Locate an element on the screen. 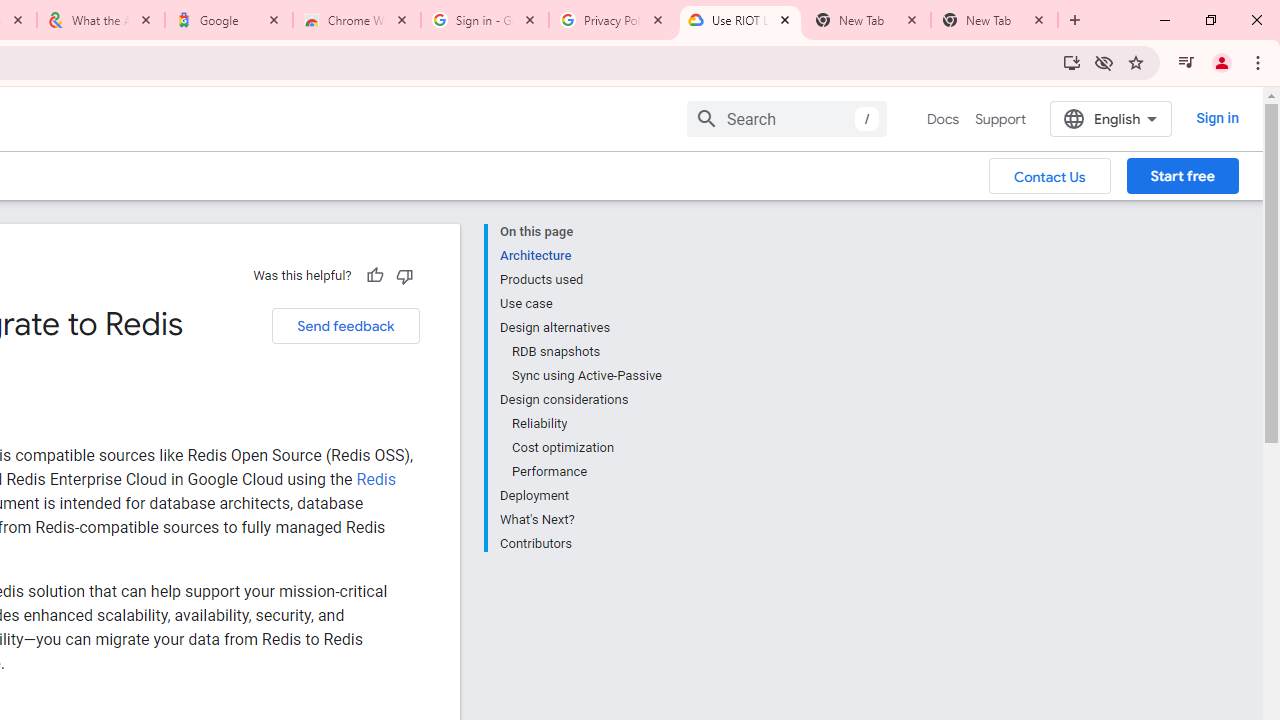 Image resolution: width=1280 pixels, height=720 pixels. 'Send feedback' is located at coordinates (345, 325).